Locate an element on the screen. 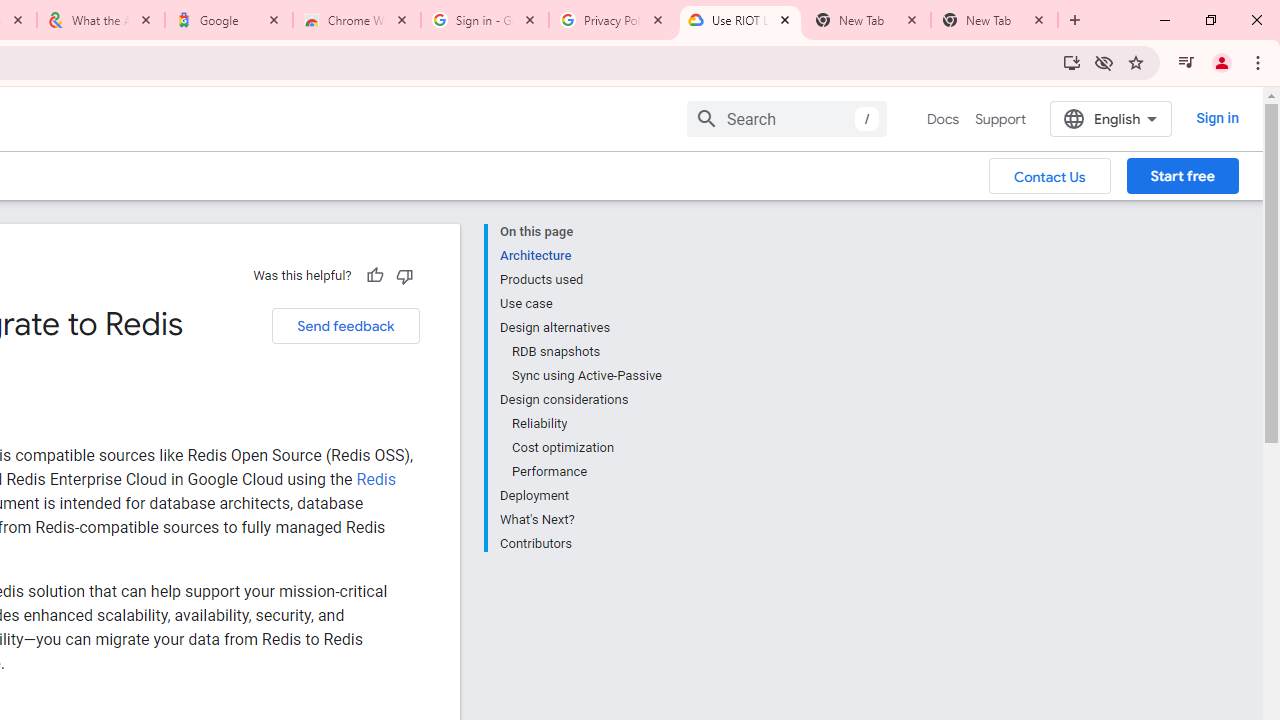 Image resolution: width=1280 pixels, height=720 pixels. 'Send feedback' is located at coordinates (345, 325).